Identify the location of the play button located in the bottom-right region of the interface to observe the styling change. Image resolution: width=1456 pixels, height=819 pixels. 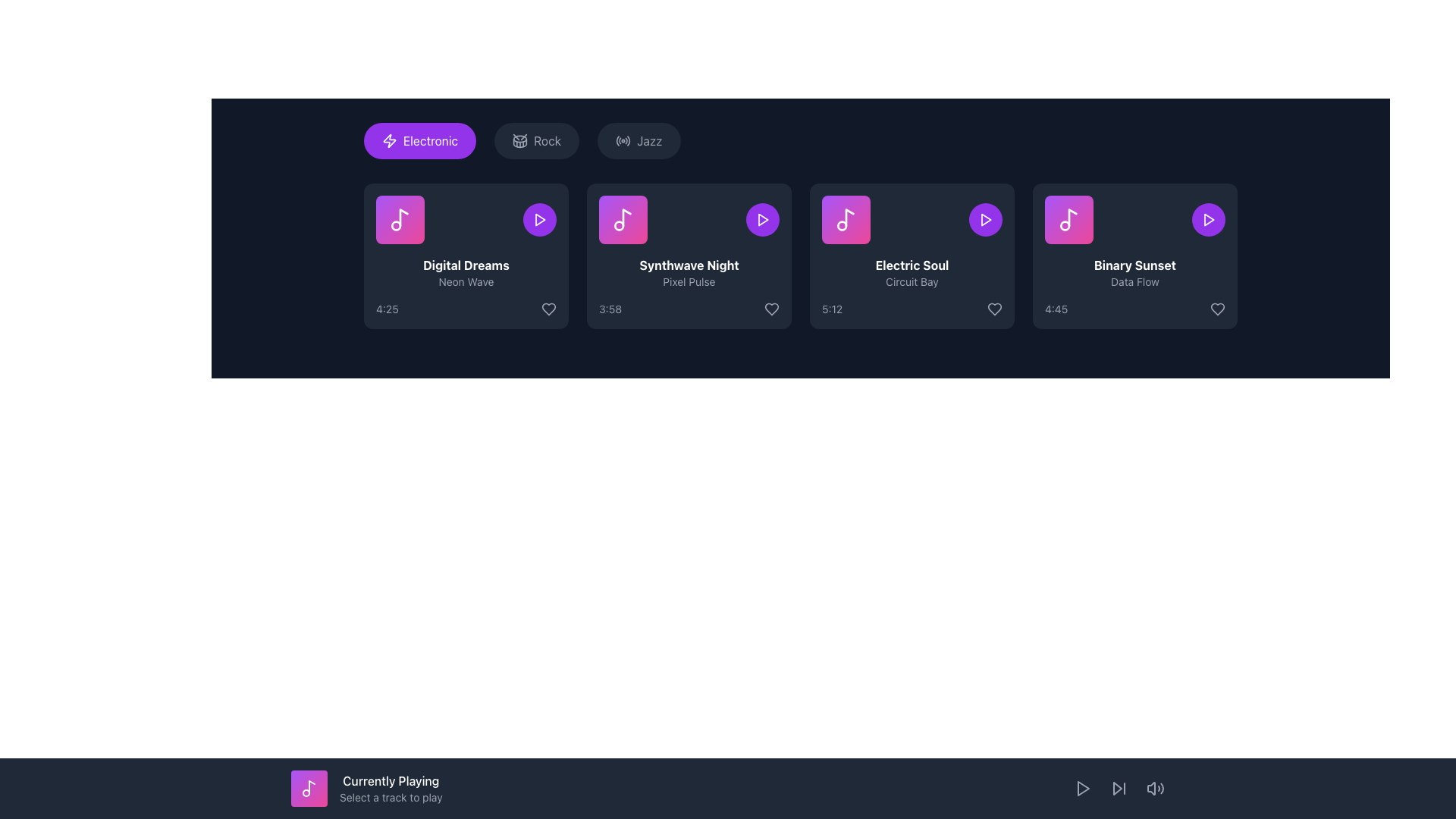
(1082, 788).